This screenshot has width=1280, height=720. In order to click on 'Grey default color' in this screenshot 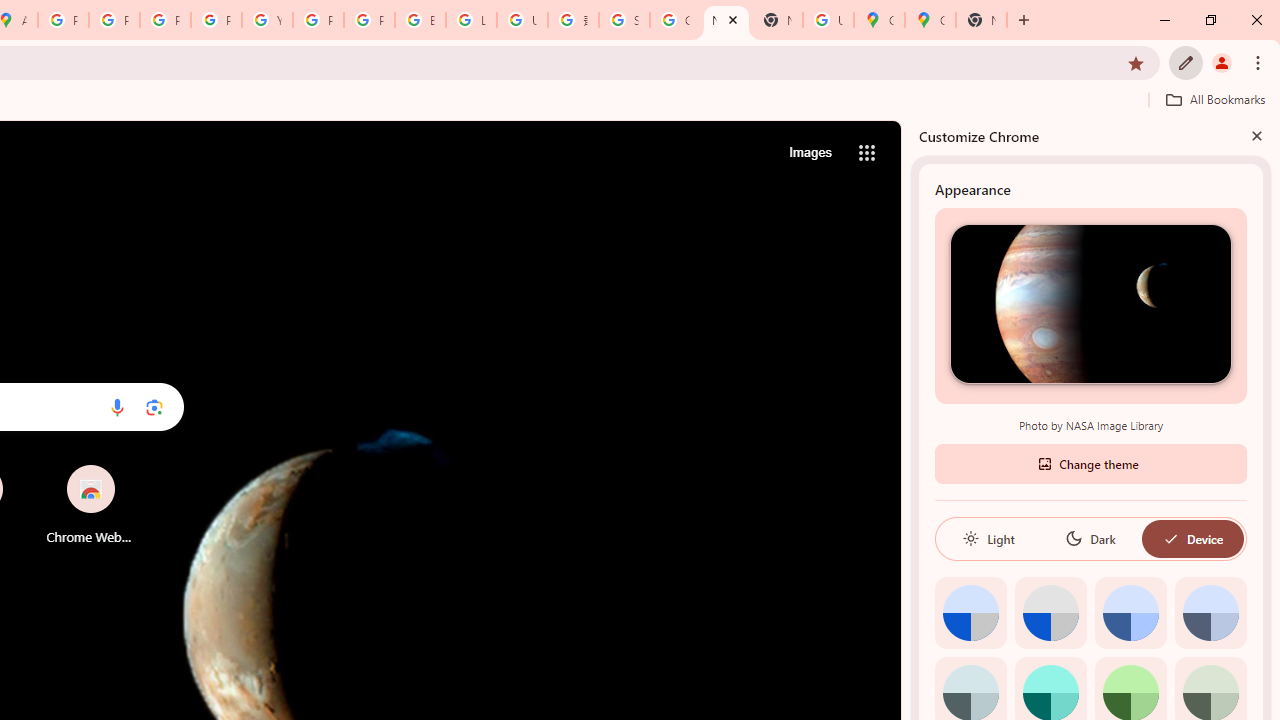, I will do `click(1049, 611)`.